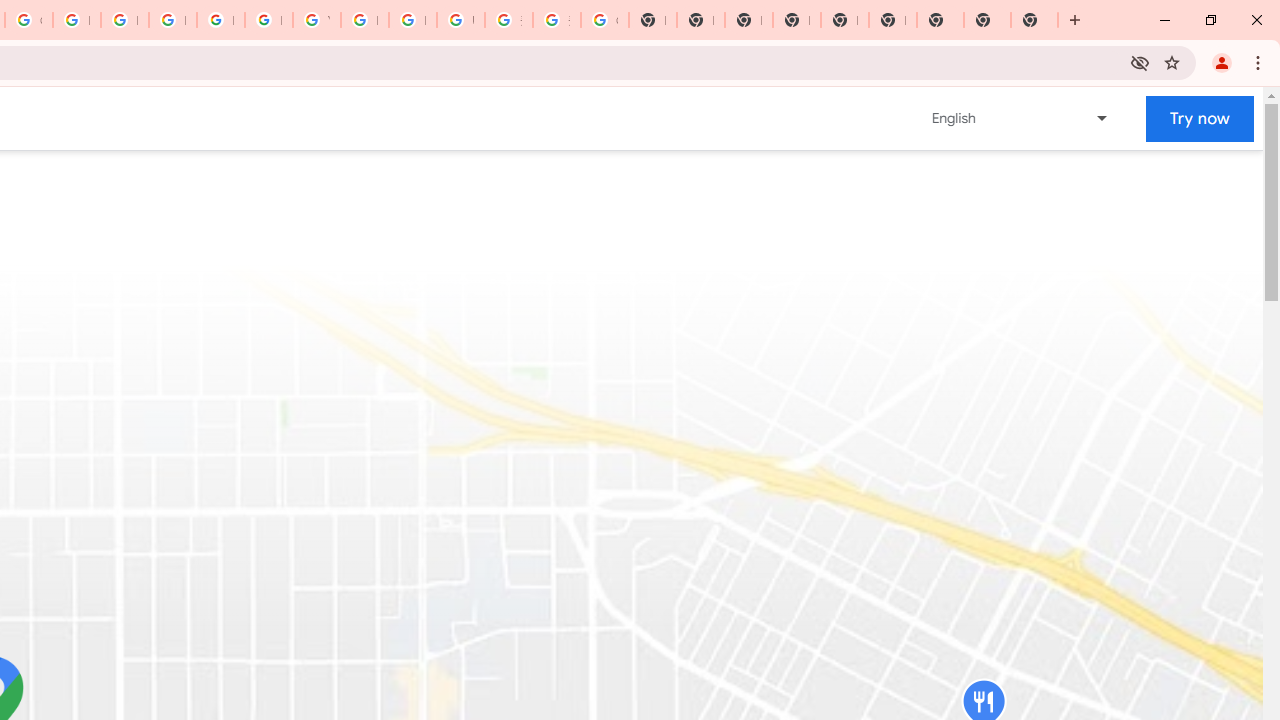  I want to click on 'Privacy Help Center - Policies Help', so click(123, 20).